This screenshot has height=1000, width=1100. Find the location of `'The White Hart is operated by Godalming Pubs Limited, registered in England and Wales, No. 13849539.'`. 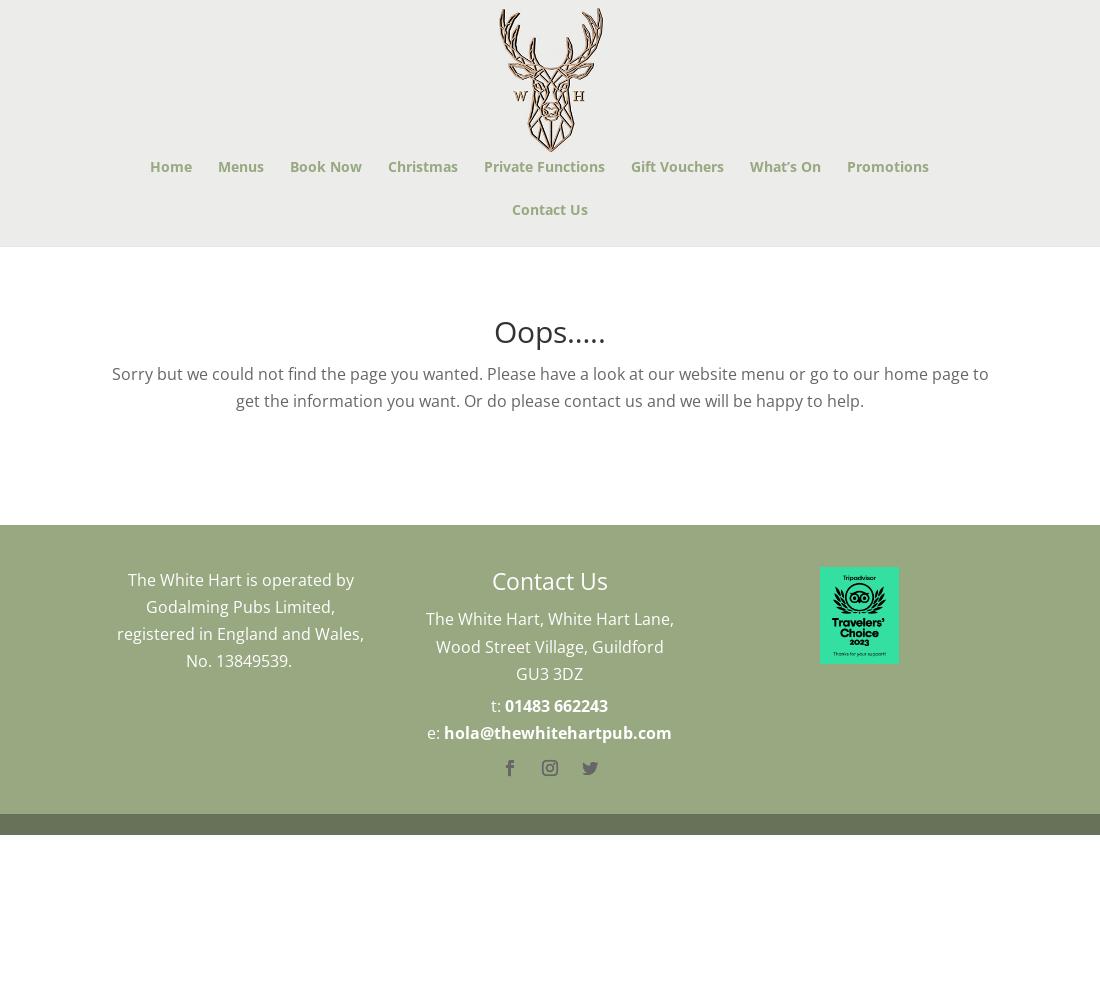

'The White Hart is operated by Godalming Pubs Limited, registered in England and Wales, No. 13849539.' is located at coordinates (240, 619).